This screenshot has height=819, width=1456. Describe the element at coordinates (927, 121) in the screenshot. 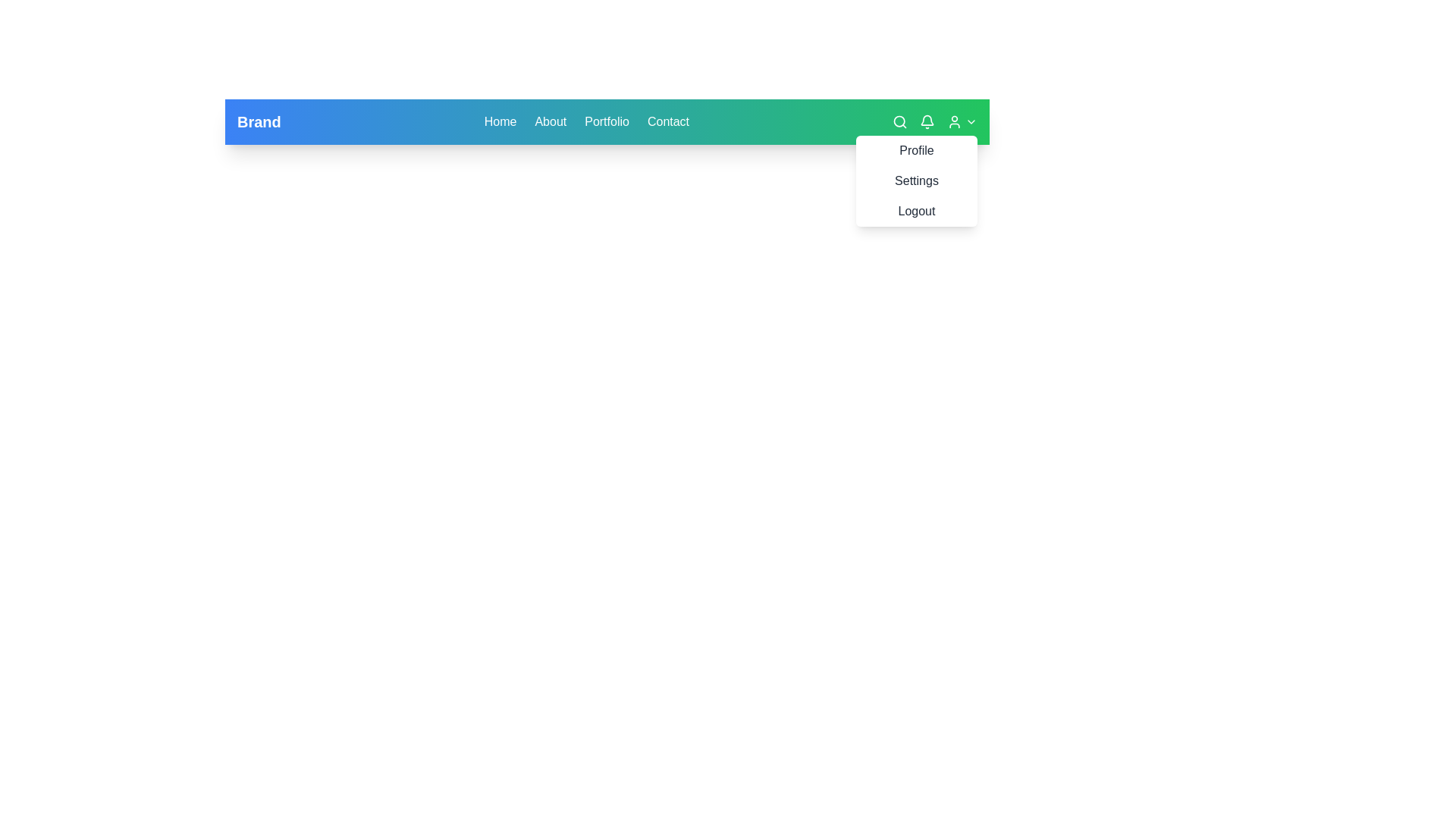

I see `the bell-shaped notification icon with a green background and white outline located in the top-right corner of the interface` at that location.